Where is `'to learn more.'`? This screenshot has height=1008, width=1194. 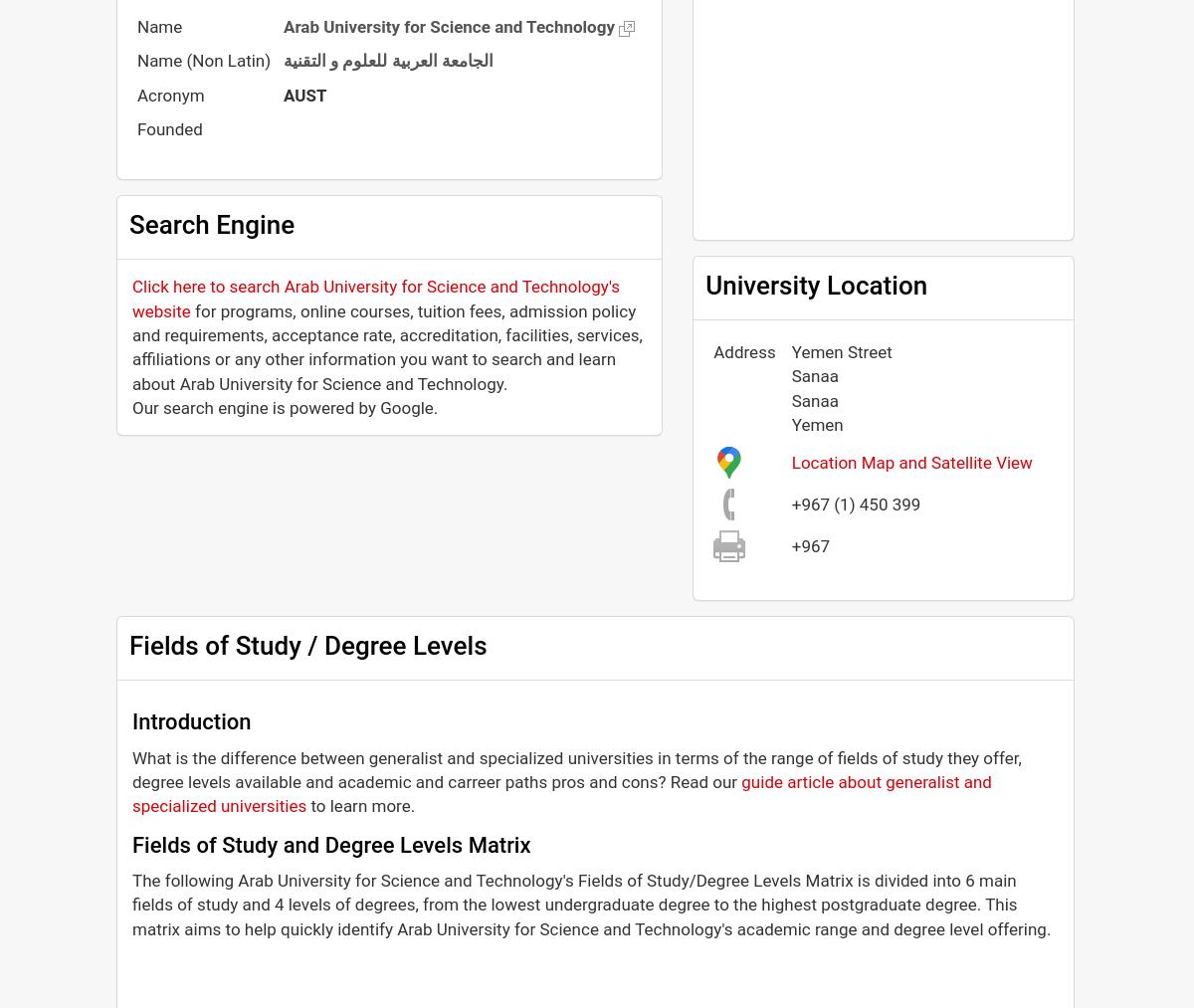
'to learn more.' is located at coordinates (360, 805).